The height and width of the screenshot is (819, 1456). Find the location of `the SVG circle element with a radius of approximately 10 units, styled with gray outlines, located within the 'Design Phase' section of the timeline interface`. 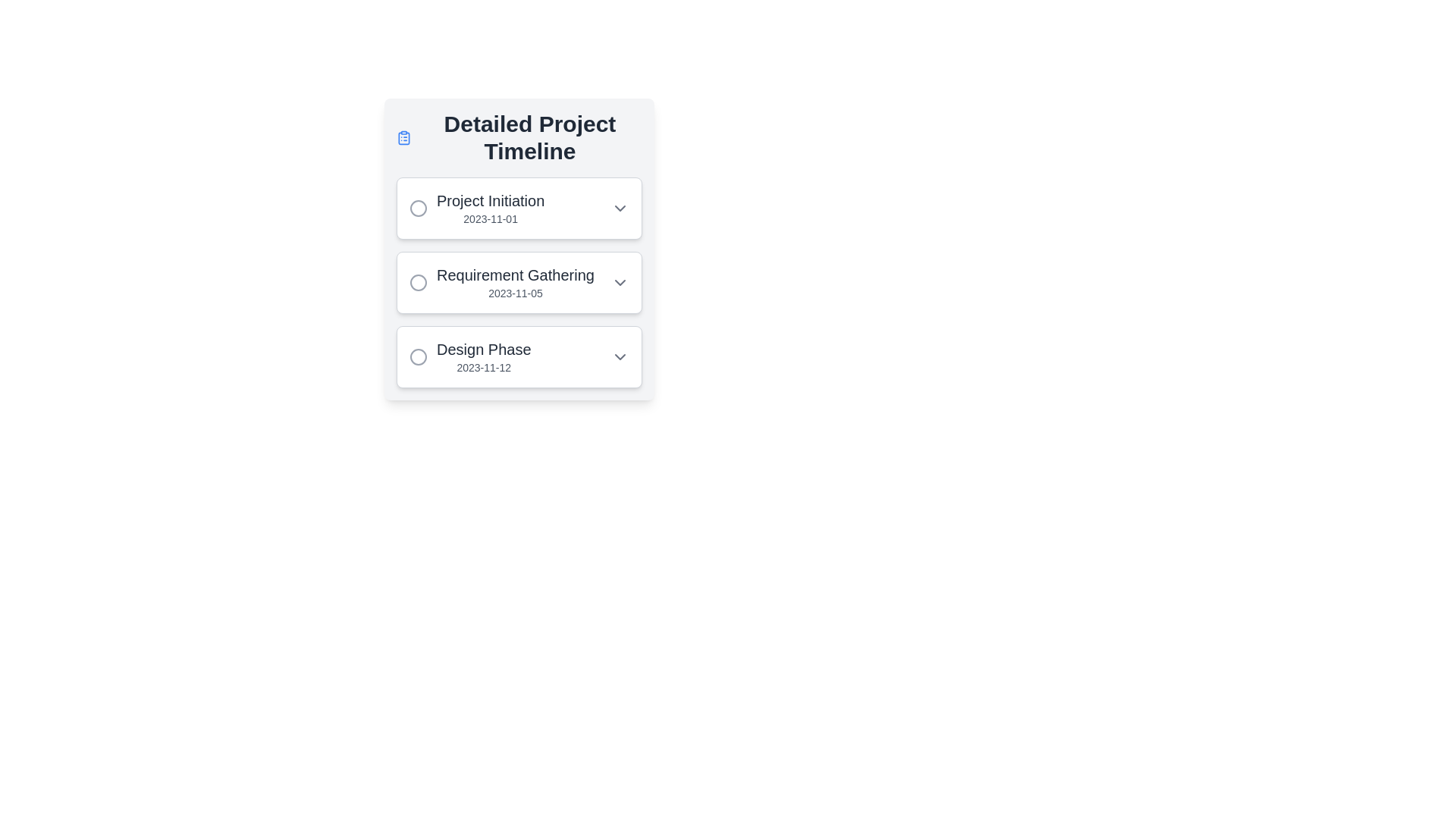

the SVG circle element with a radius of approximately 10 units, styled with gray outlines, located within the 'Design Phase' section of the timeline interface is located at coordinates (419, 356).